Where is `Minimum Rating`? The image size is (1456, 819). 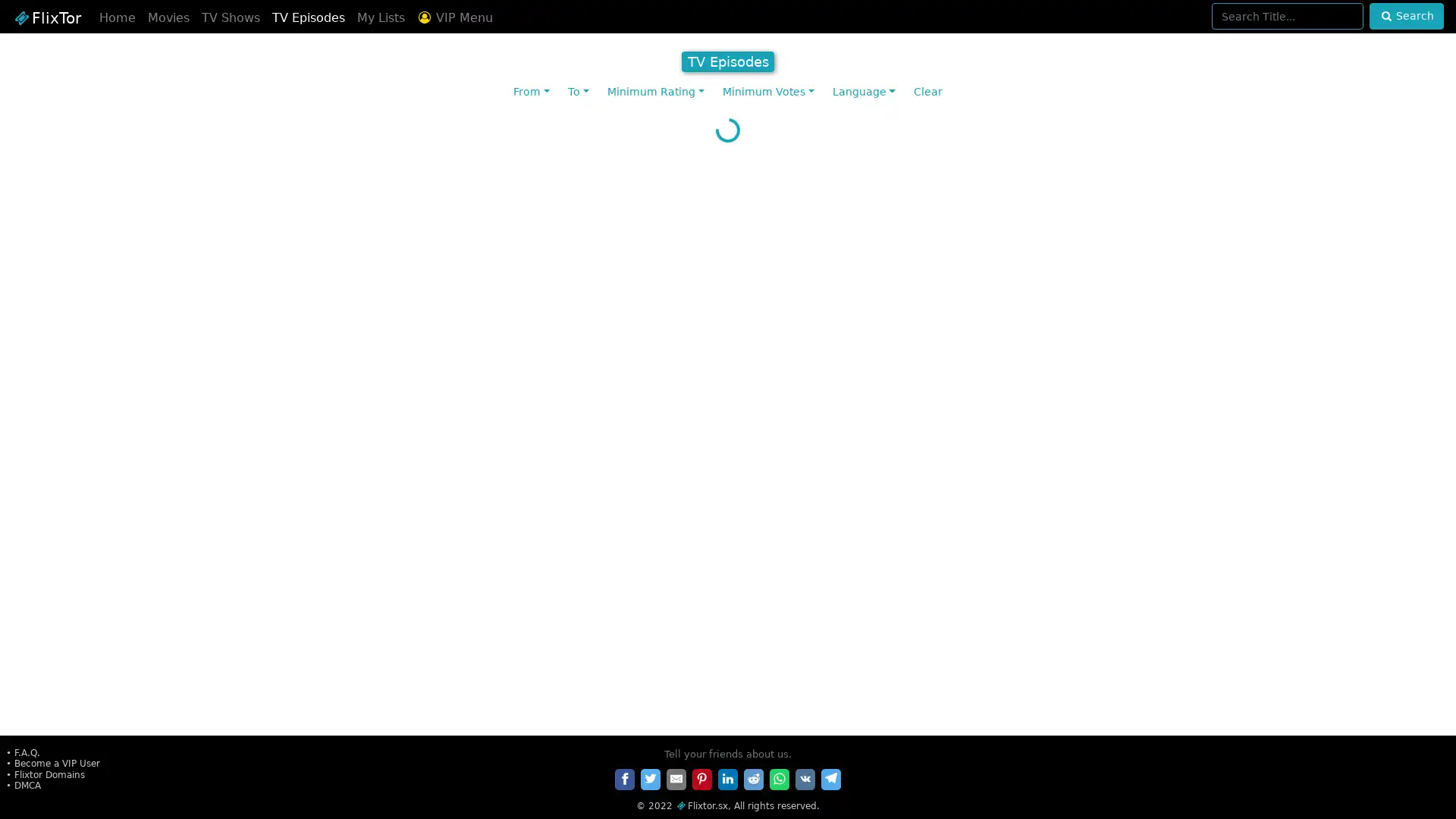
Minimum Rating is located at coordinates (655, 92).